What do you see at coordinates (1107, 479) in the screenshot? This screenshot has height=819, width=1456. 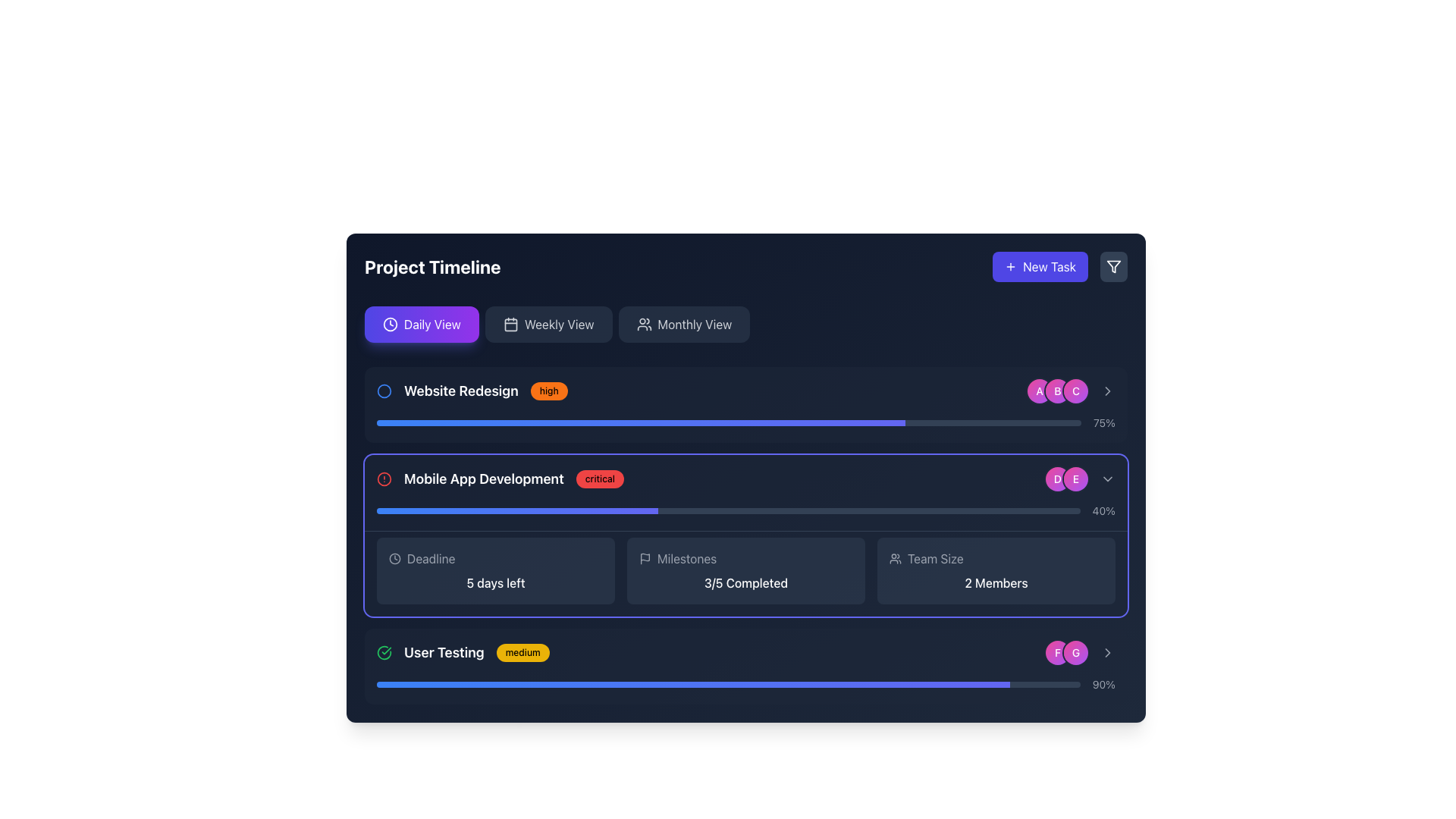 I see `the rightward-facing chevron icon, which has a thin, rounded stroke and light gray color` at bounding box center [1107, 479].